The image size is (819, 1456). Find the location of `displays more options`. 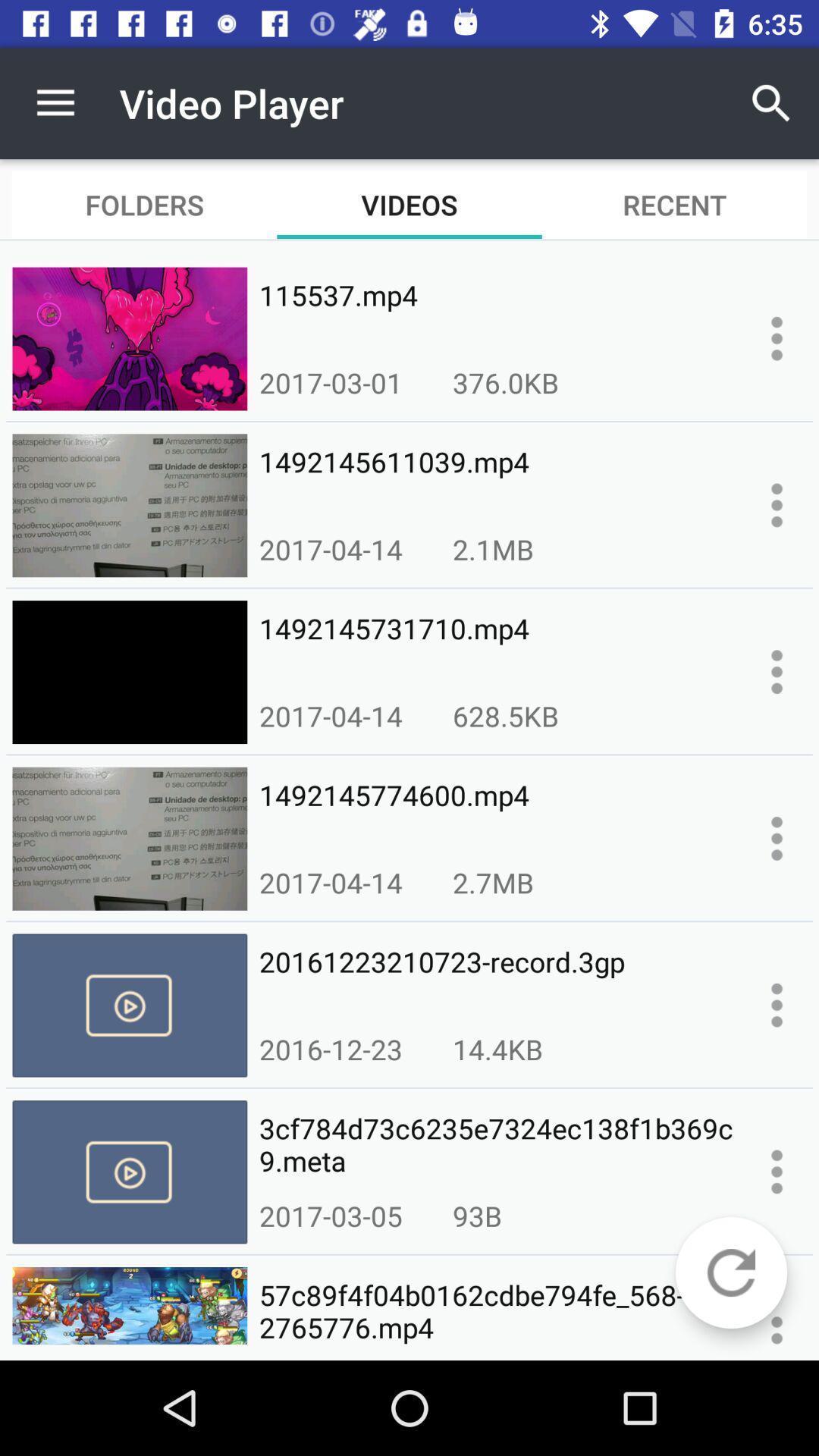

displays more options is located at coordinates (777, 337).